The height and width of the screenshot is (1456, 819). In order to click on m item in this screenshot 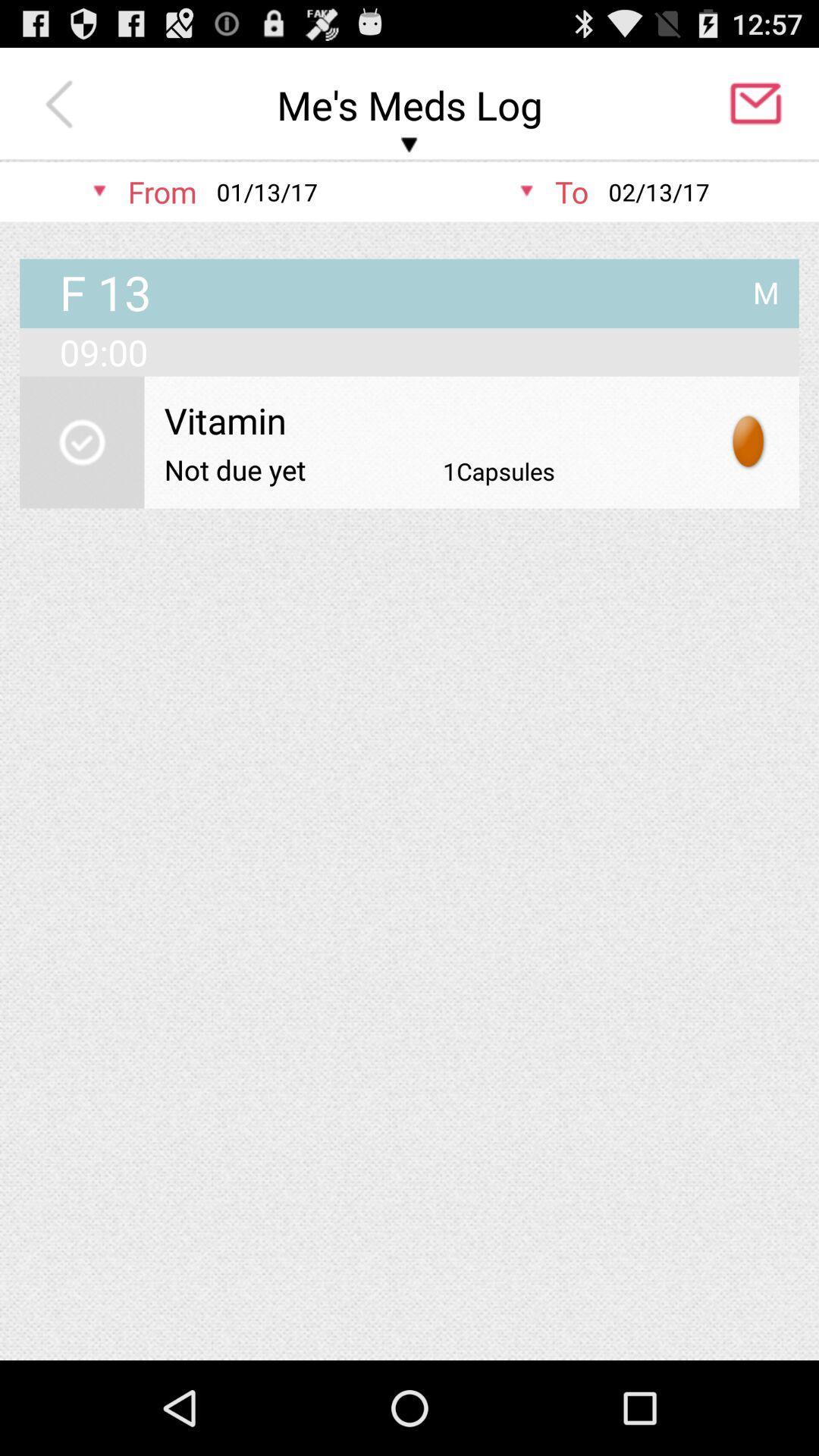, I will do `click(766, 287)`.